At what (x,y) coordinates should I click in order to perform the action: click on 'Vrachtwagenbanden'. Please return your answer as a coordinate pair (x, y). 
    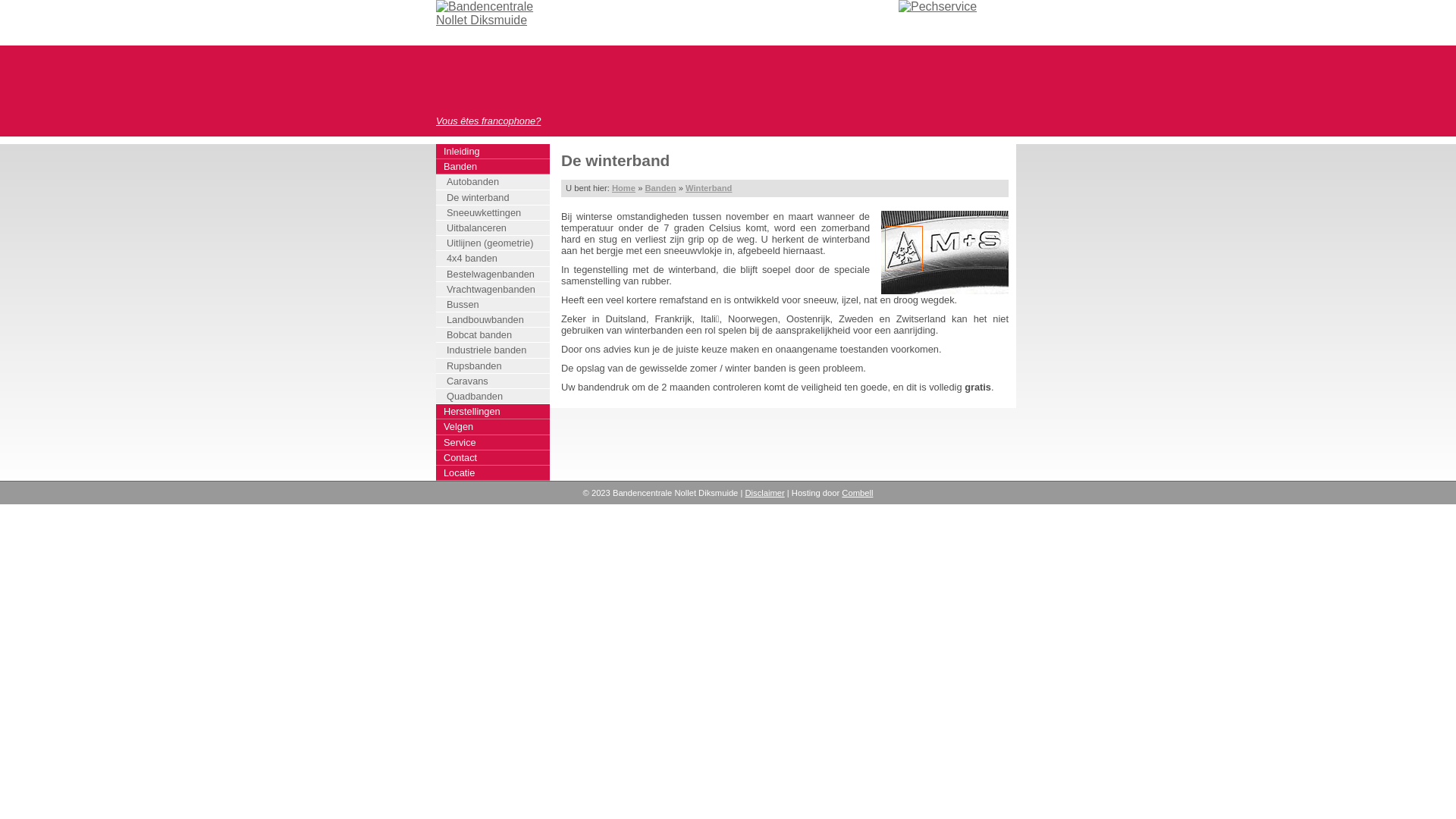
    Looking at the image, I should click on (494, 289).